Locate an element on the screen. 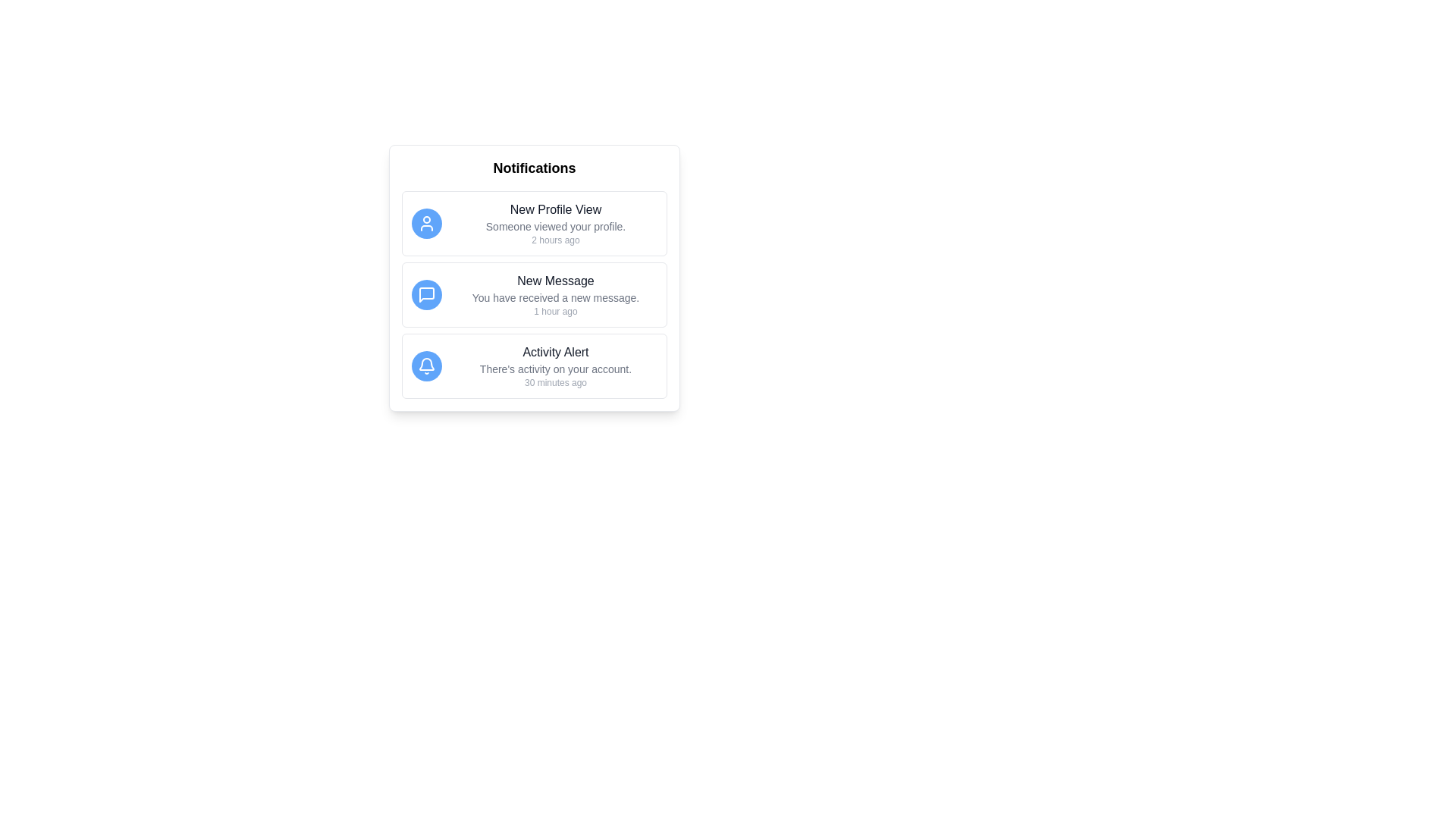 The height and width of the screenshot is (819, 1456). the Notification list that aggregates and displays recent notifications, positioned below the 'Notifications' header is located at coordinates (535, 278).